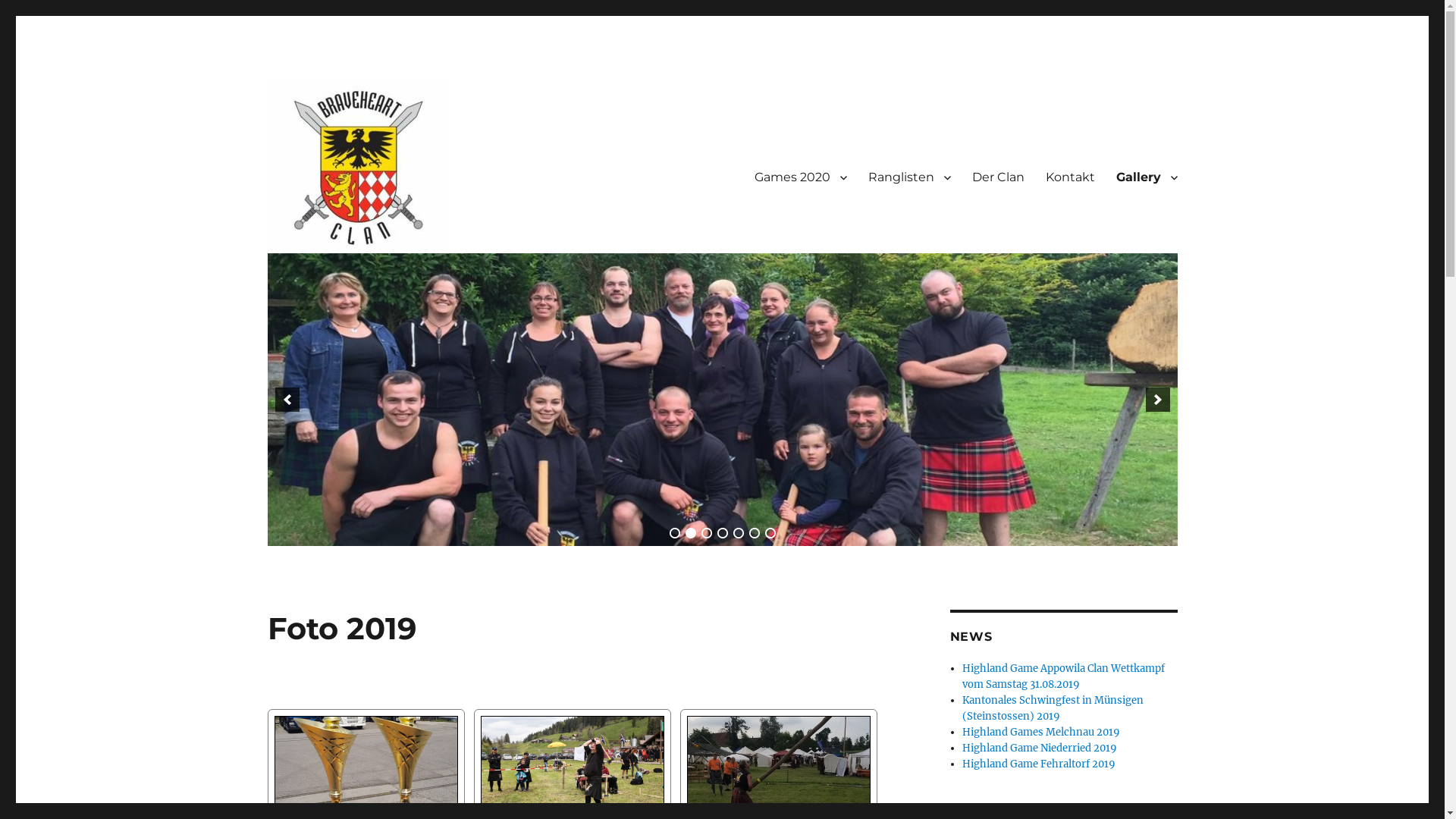 The image size is (1456, 819). What do you see at coordinates (961, 747) in the screenshot?
I see `'Highland Game Niederried 2019'` at bounding box center [961, 747].